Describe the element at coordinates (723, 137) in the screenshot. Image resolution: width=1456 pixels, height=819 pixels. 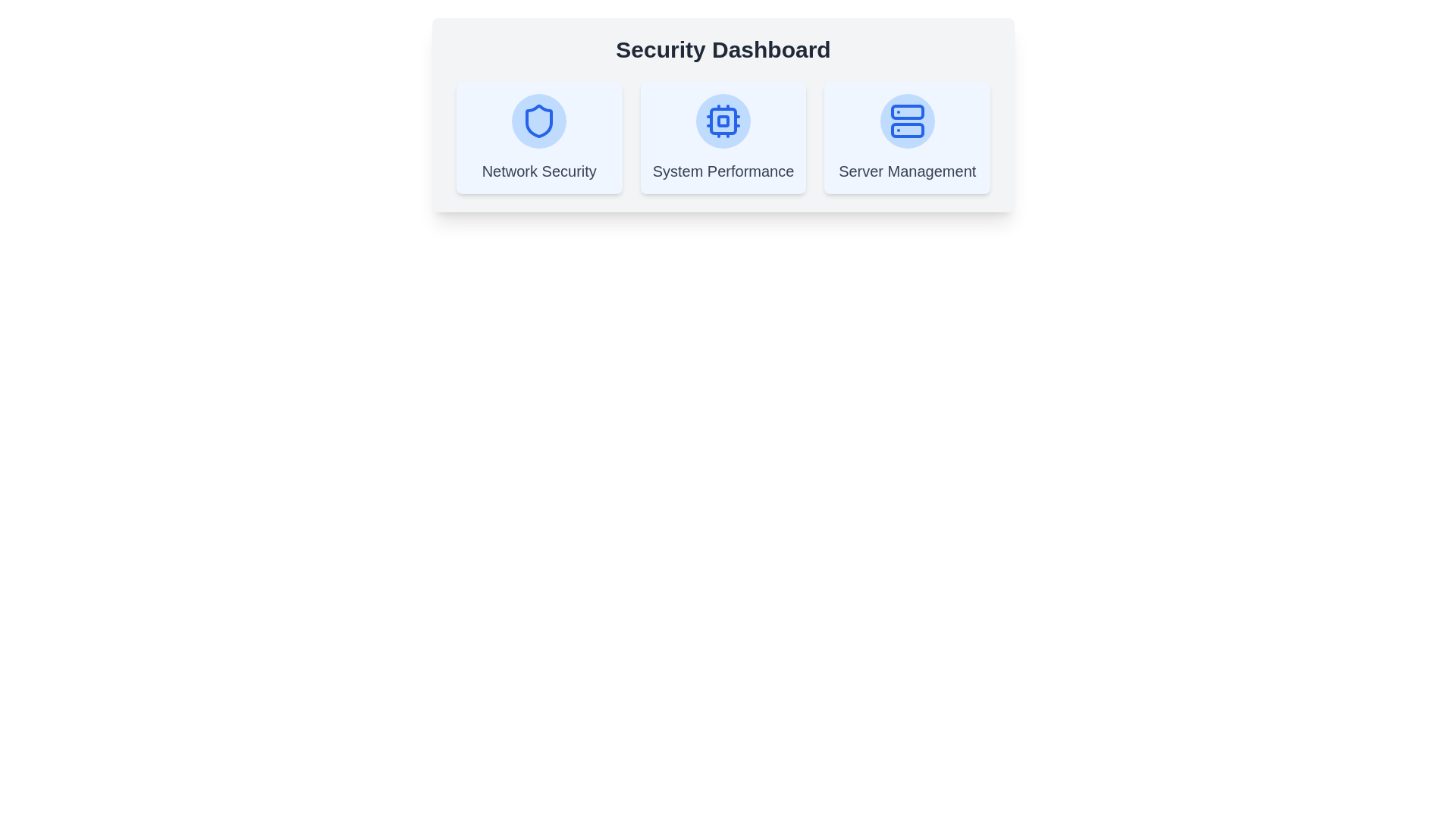
I see `the 'System Performance' Informative card element, which features a blue CPU icon and bold text, located in the middle of the three-card grid layout under the 'Security Dashboard'` at that location.